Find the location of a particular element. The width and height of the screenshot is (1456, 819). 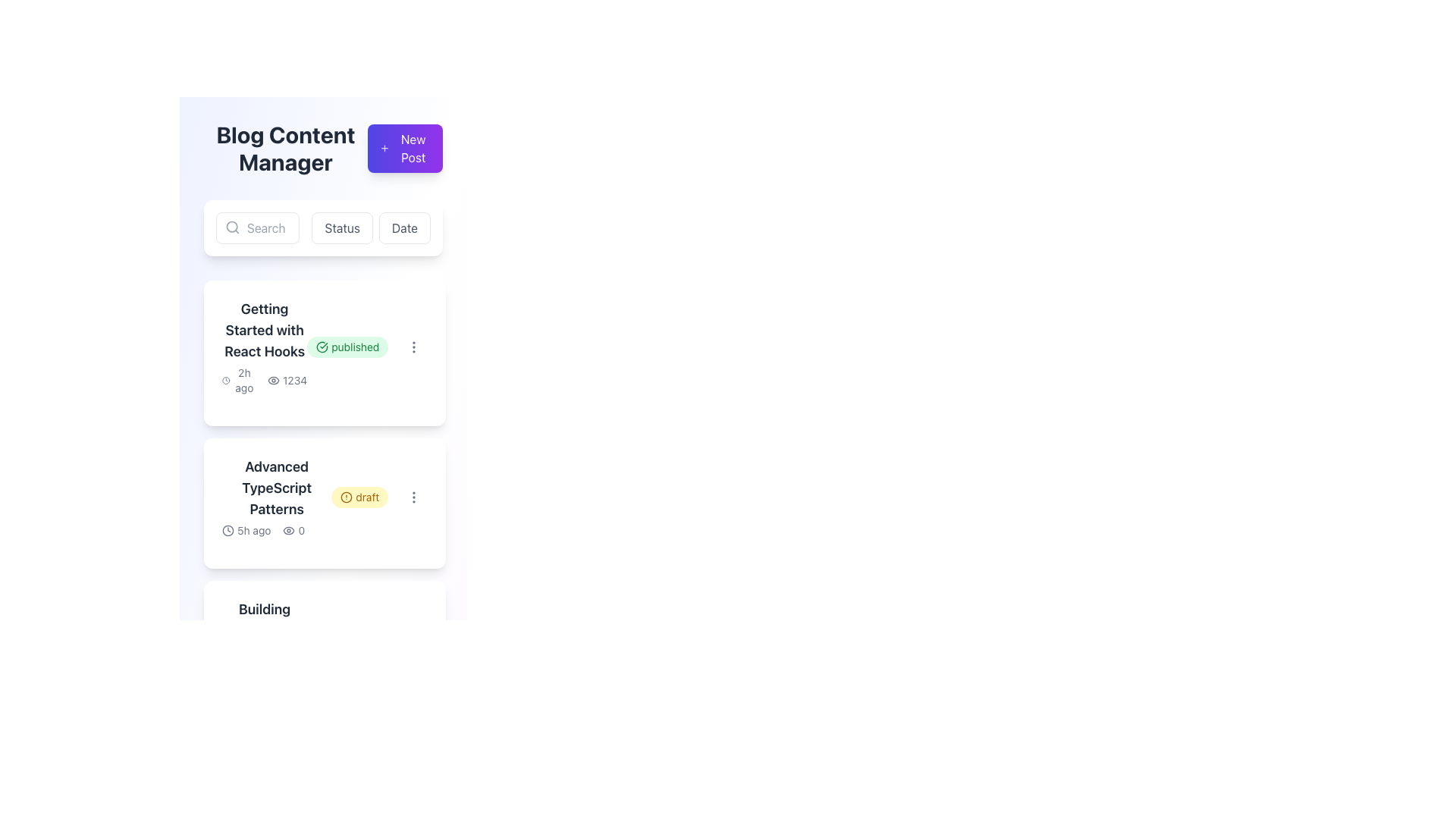

label of the Status Badge element with a rounded yellow background and 'draft' in brown text, located to the right of the 'Advanced TypeScript Patterns' heading in the second card of the list view is located at coordinates (359, 497).